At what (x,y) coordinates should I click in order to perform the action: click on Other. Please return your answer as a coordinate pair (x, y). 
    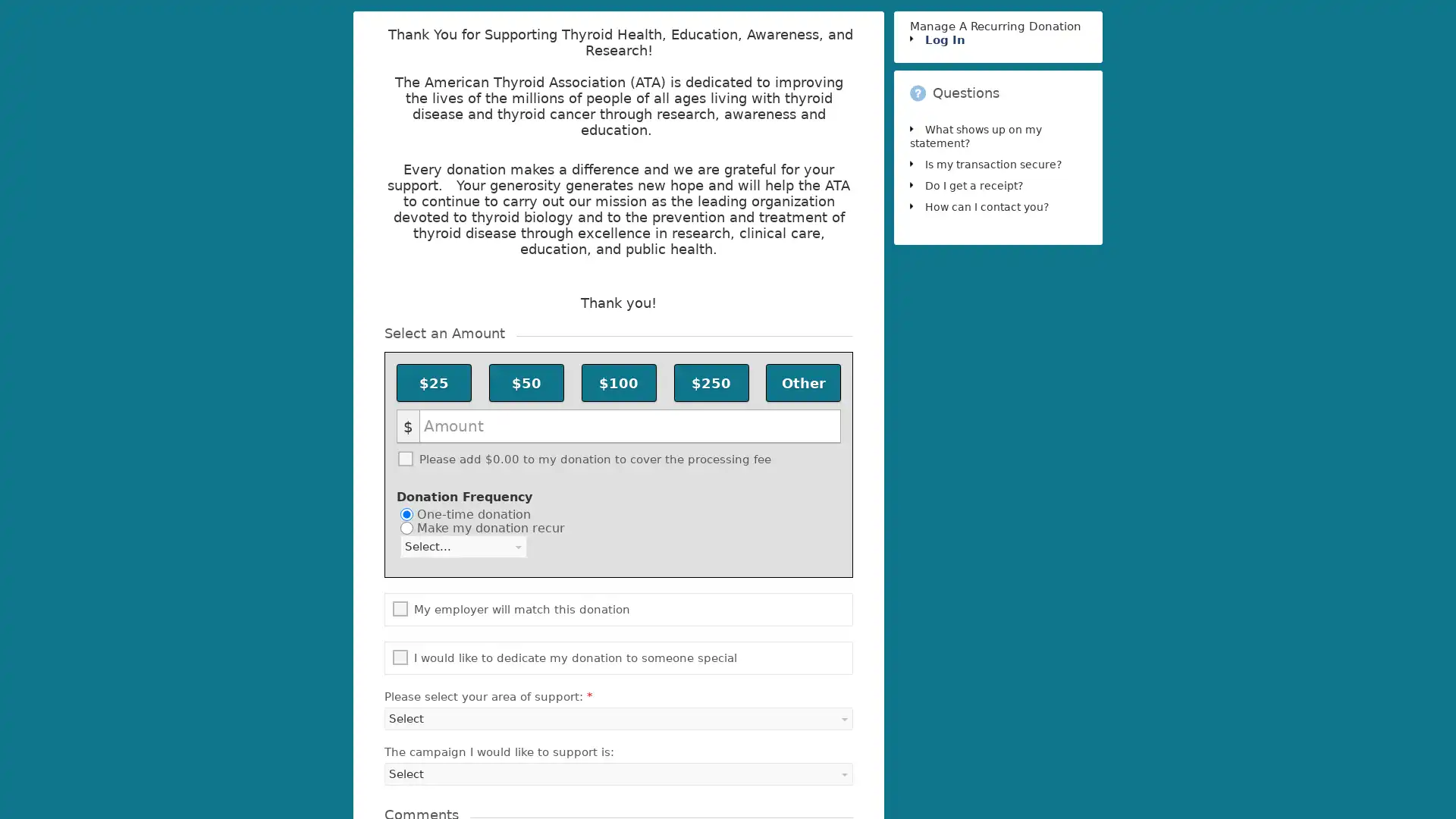
    Looking at the image, I should click on (802, 382).